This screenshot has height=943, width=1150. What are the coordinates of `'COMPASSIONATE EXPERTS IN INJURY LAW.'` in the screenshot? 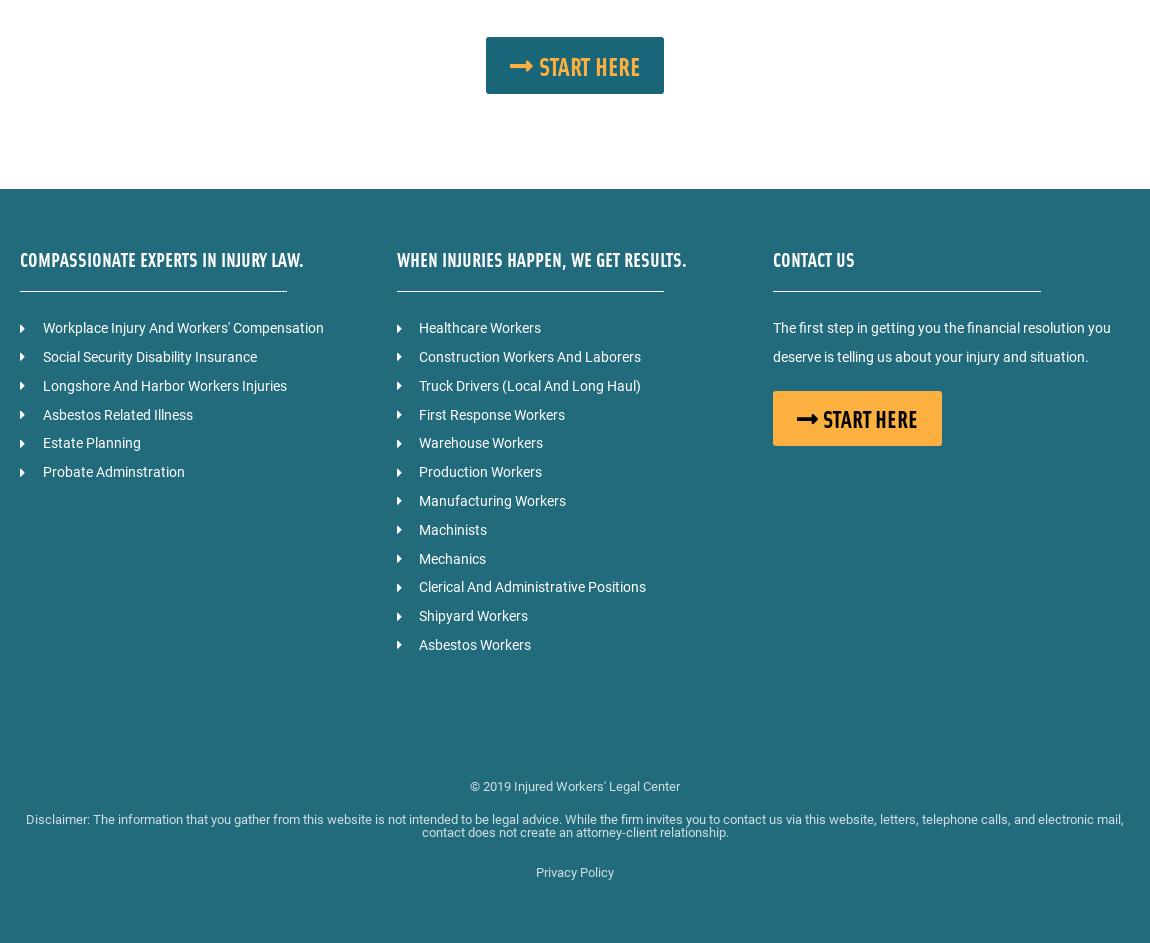 It's located at (161, 258).